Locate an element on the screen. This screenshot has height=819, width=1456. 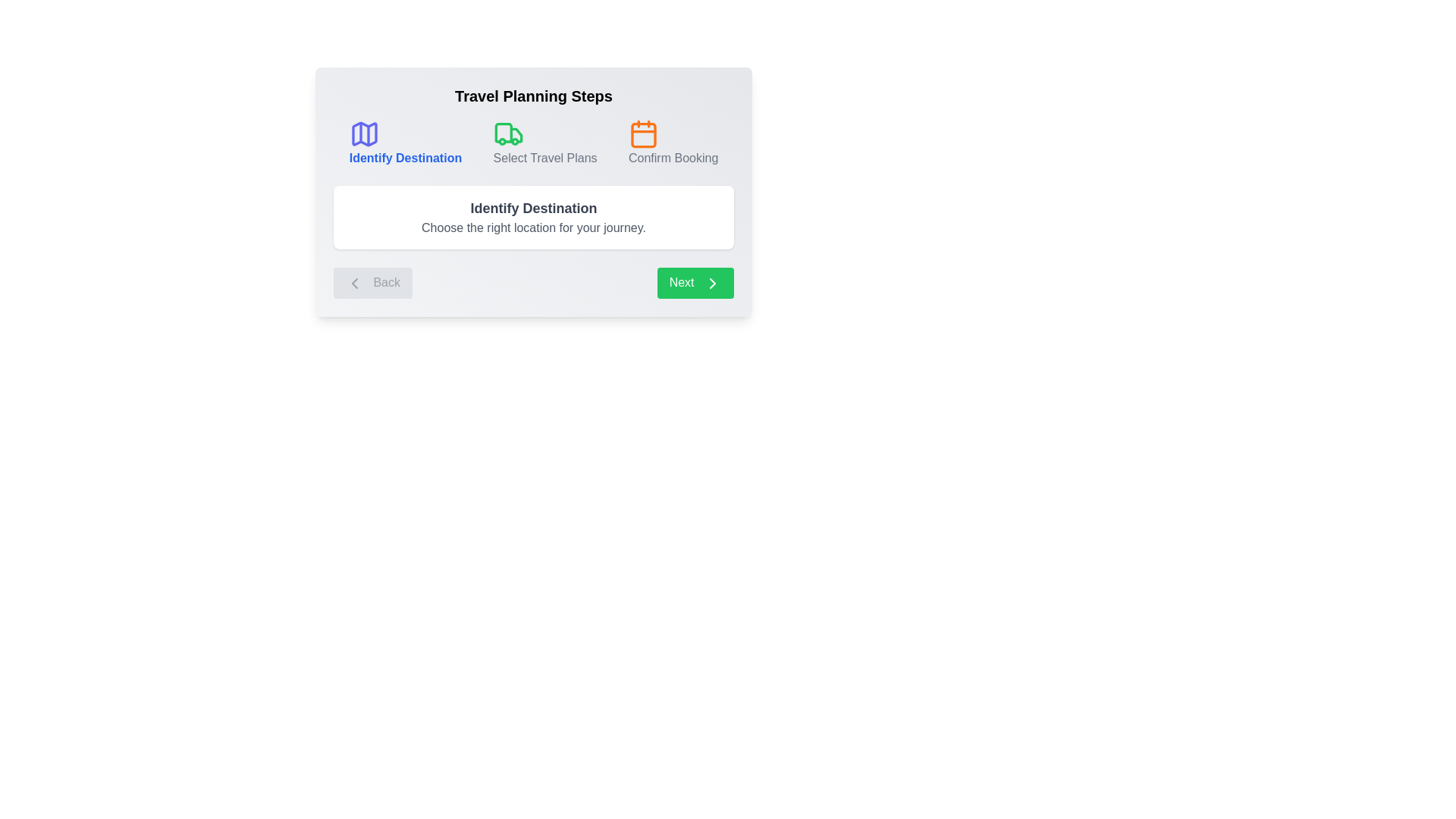
the Static informational card that highlights a specific step in the series of actions, positioned centrally below the steps and above the navigation buttons is located at coordinates (534, 217).